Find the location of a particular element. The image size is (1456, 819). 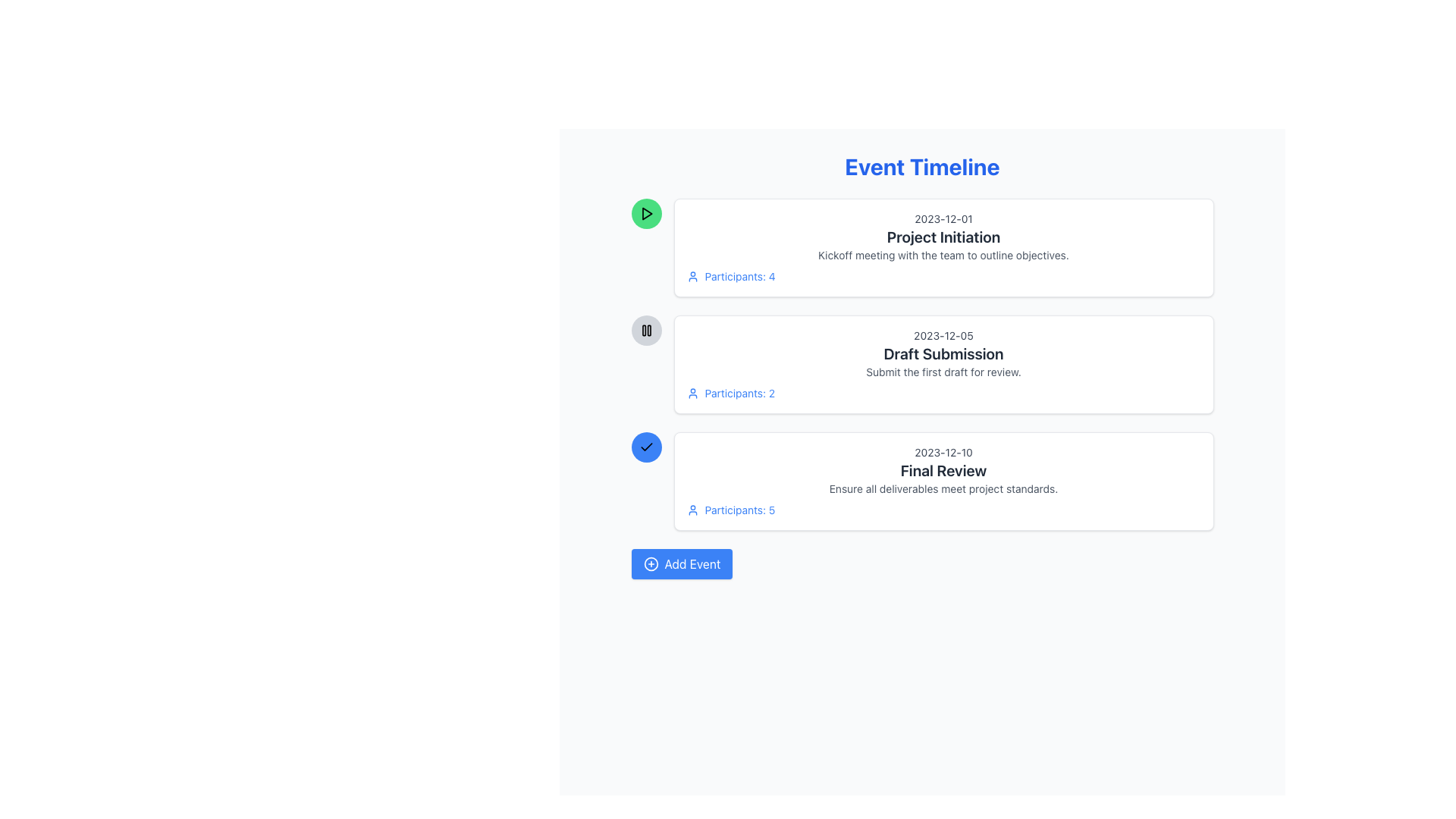

the triangular play button icon, filled with green and bordered by a thin black stroke, located within a circular green background at the far-left side of the top event in the timeline adjacent to the 'Project Initiation' event title for accessibility purposes is located at coordinates (646, 213).